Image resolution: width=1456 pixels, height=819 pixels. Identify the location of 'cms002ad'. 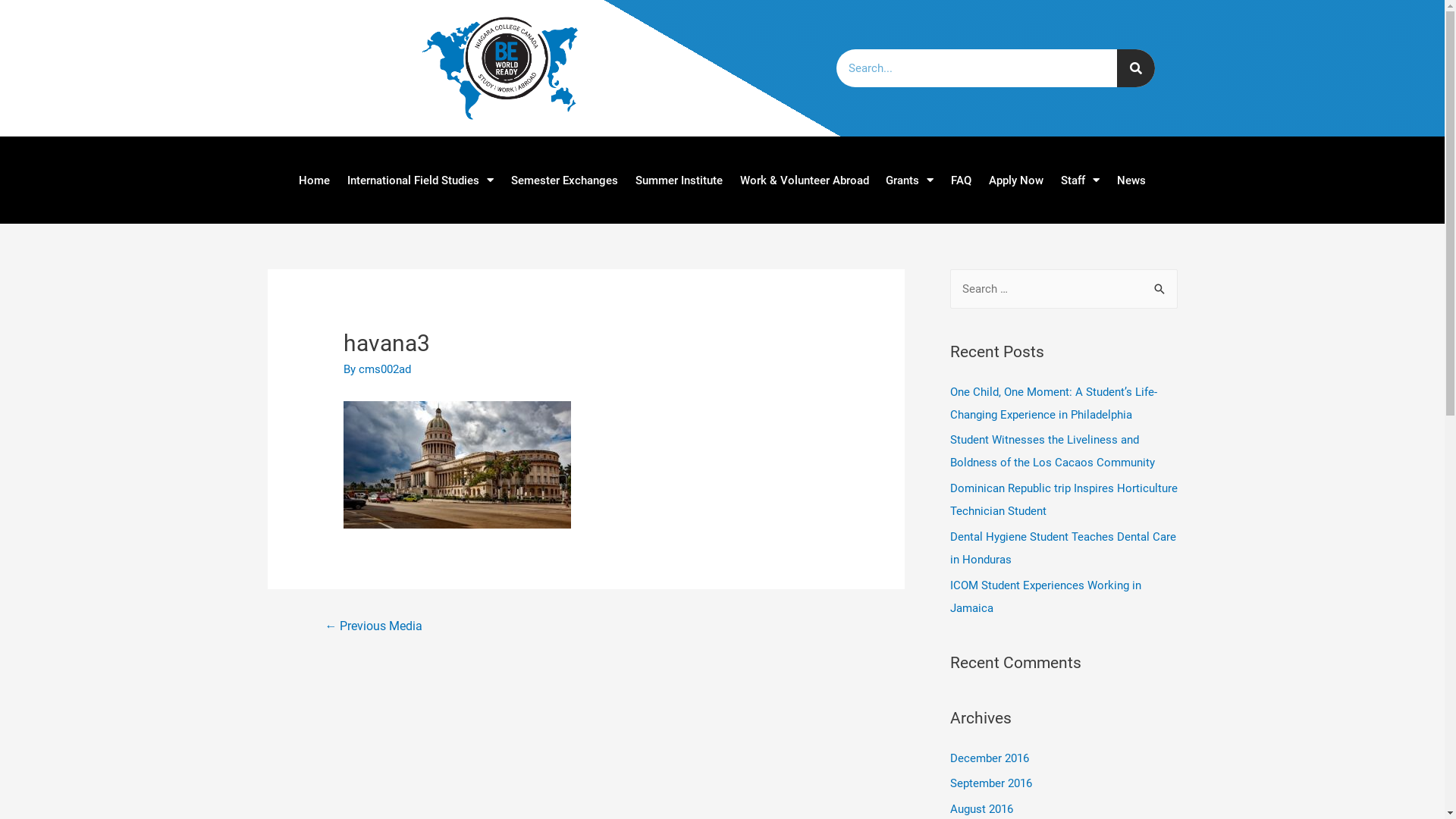
(384, 369).